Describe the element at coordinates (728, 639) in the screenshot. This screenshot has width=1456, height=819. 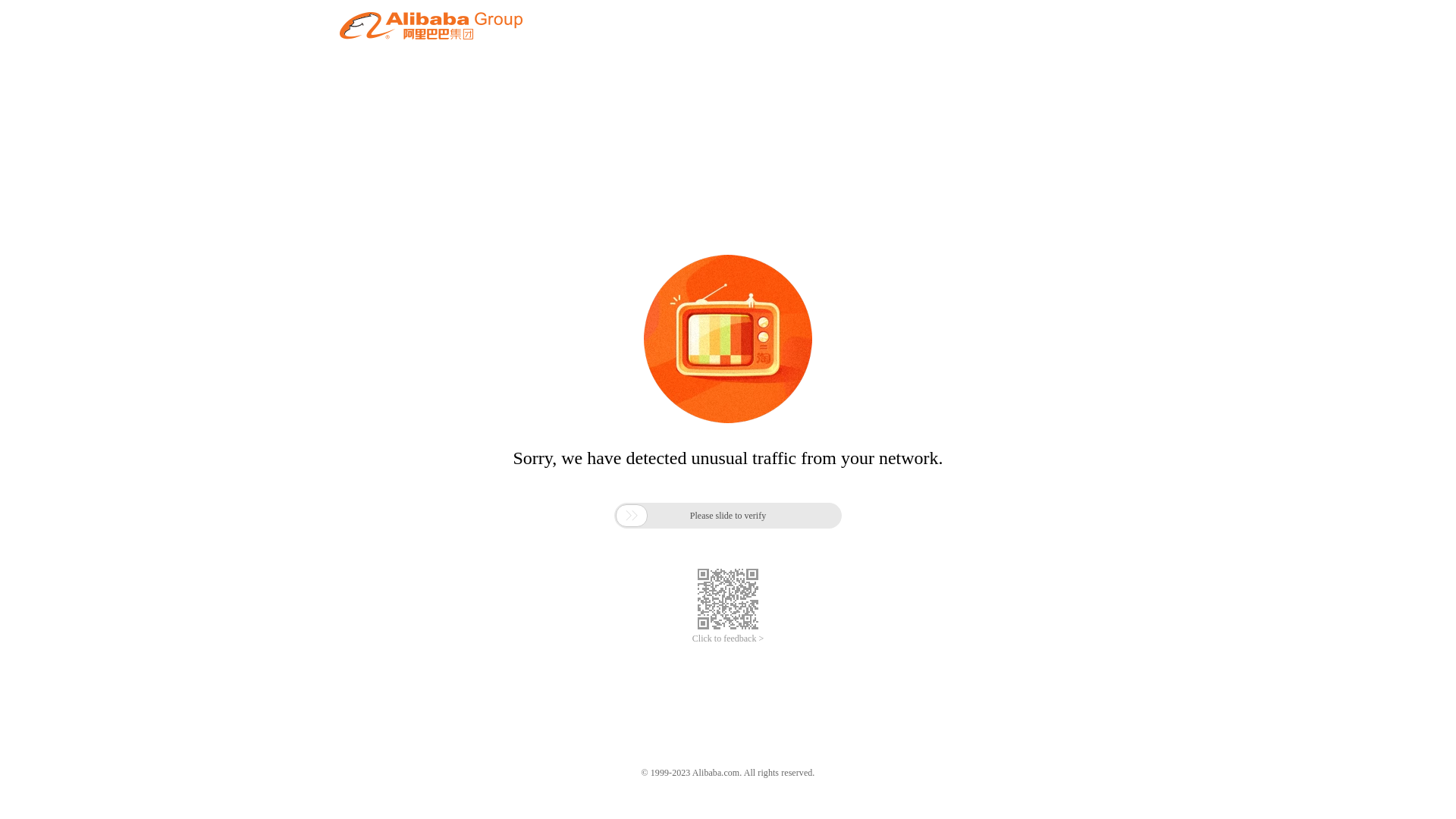
I see `'Click to feedback >'` at that location.